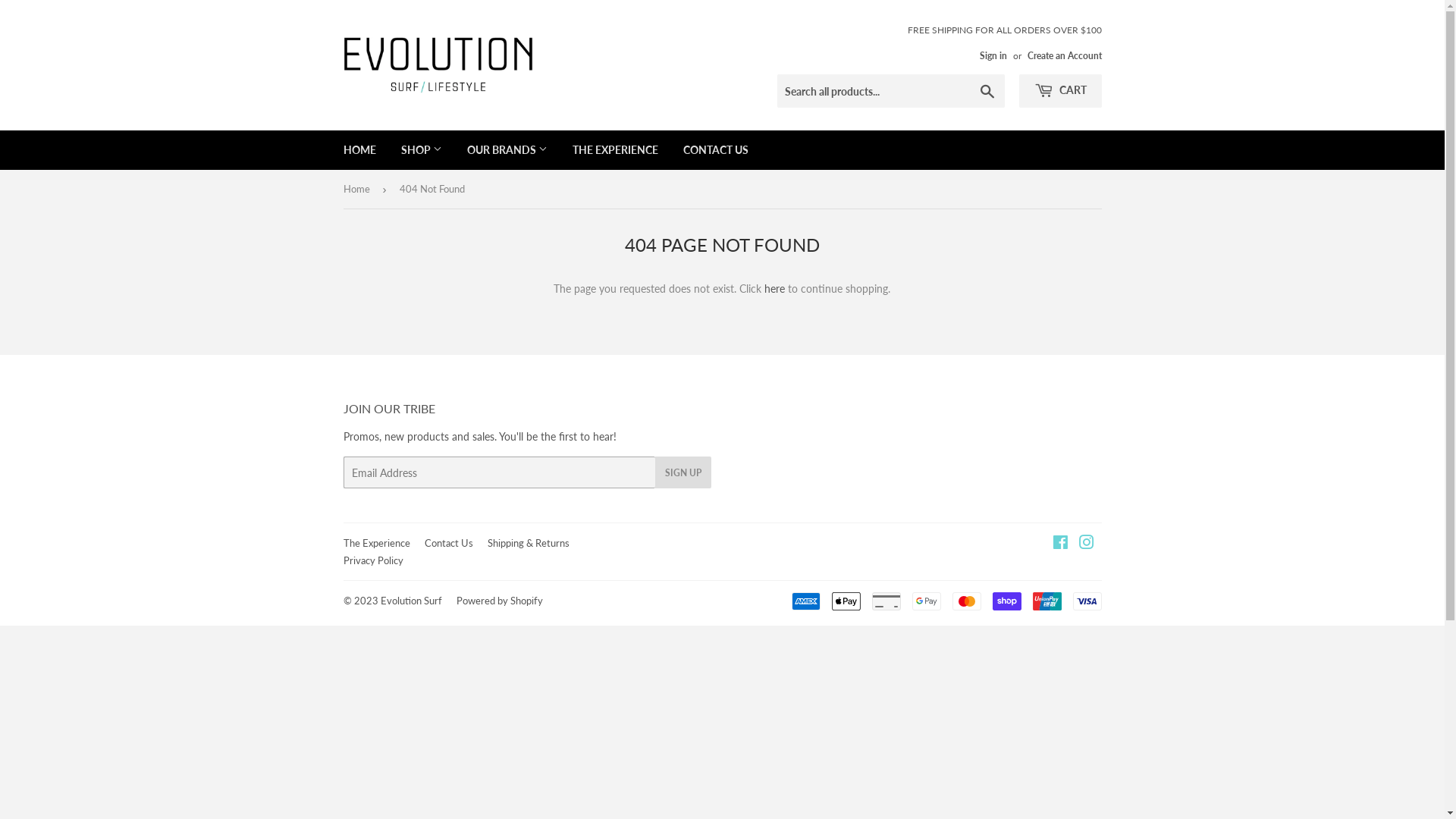 The width and height of the screenshot is (1456, 819). Describe the element at coordinates (560, 149) in the screenshot. I see `'THE EXPERIENCE'` at that location.